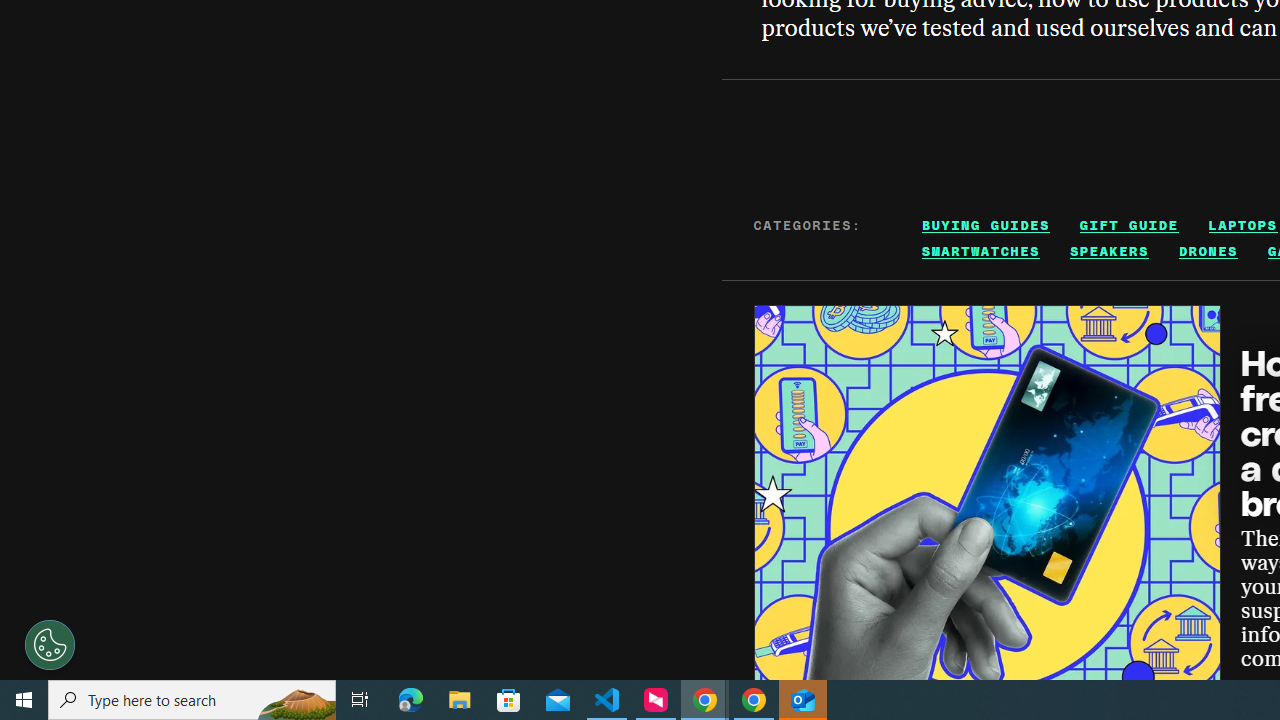  Describe the element at coordinates (1207, 250) in the screenshot. I see `'DRONES'` at that location.